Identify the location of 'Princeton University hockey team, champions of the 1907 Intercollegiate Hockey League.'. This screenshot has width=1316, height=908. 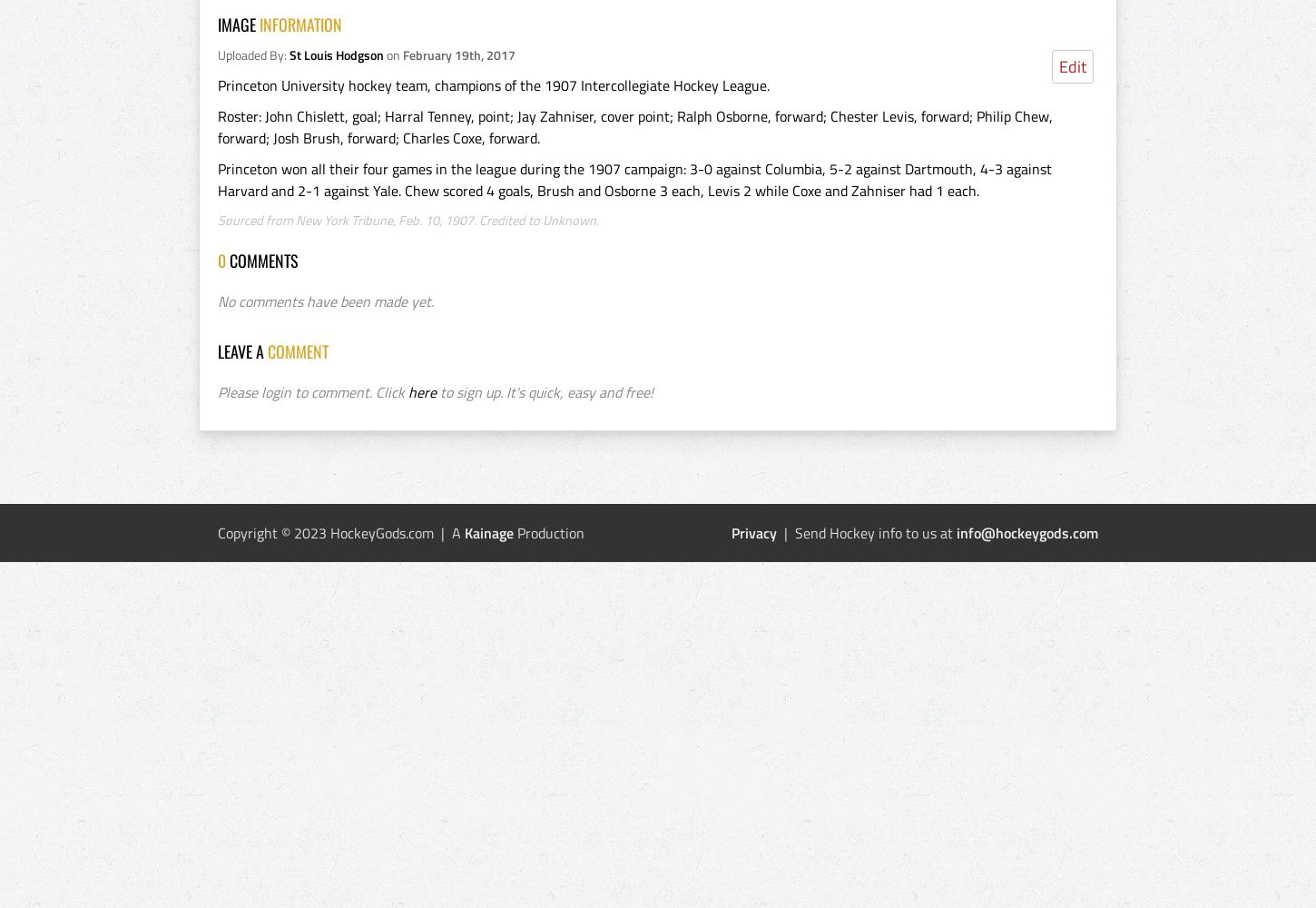
(494, 84).